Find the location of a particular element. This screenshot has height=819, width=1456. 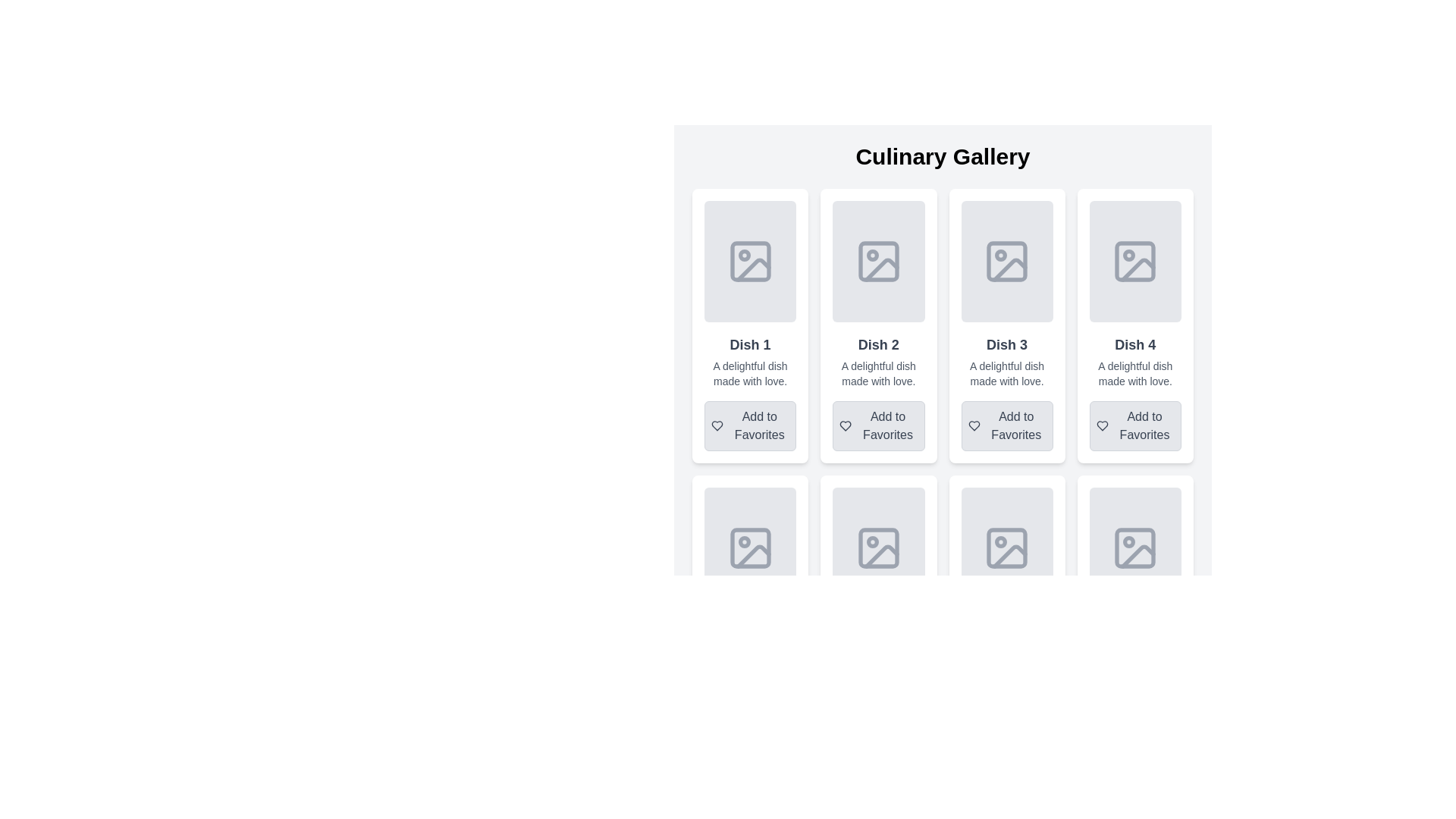

the image placeholder element located in the top portion of the 'Dish 5' card, which is positioned centrally above the card's title is located at coordinates (750, 548).